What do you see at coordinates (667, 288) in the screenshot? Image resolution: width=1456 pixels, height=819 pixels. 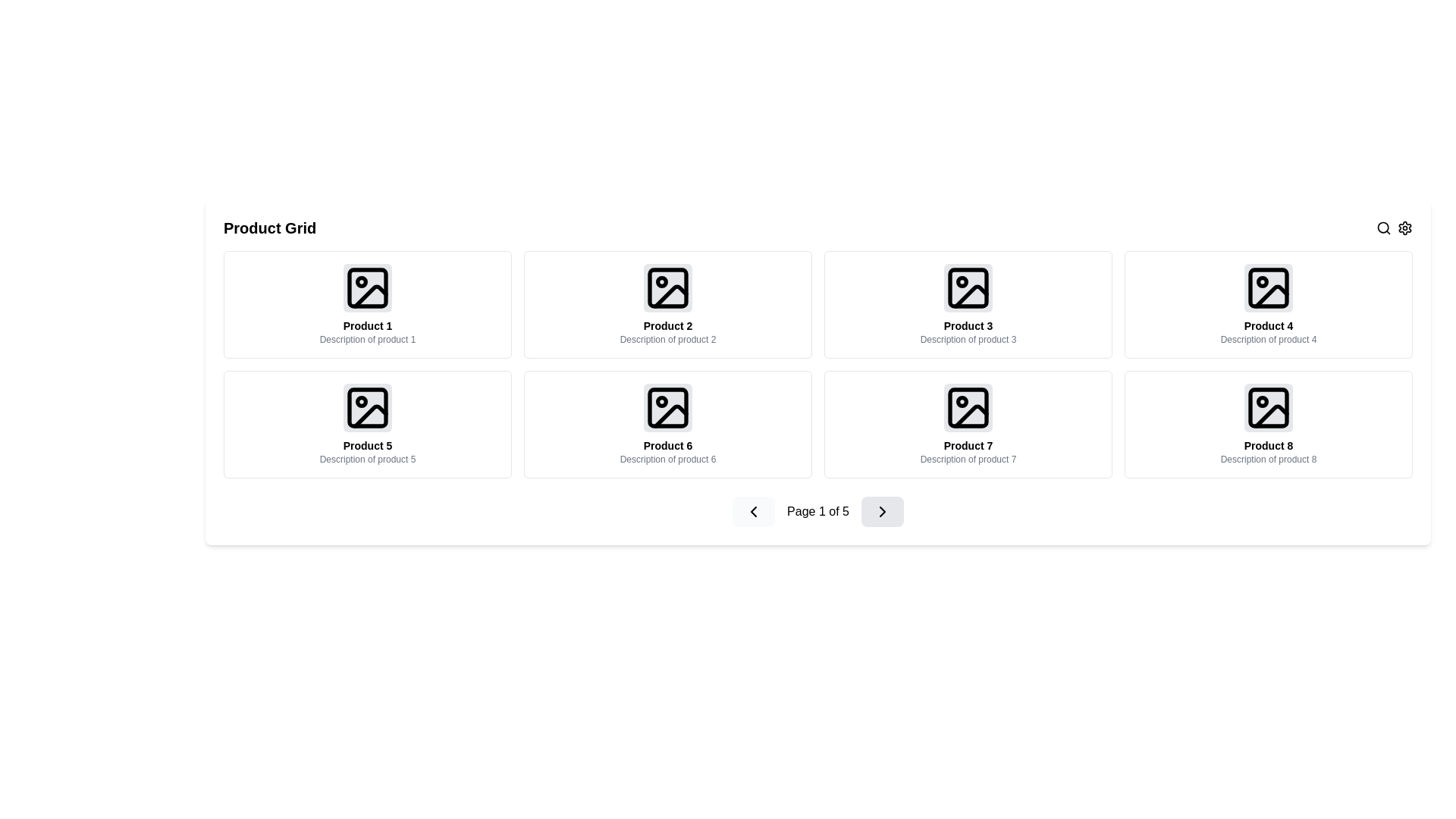 I see `the visual decorative element of the second product's image icon in the grid layout, located at the top row, second column` at bounding box center [667, 288].